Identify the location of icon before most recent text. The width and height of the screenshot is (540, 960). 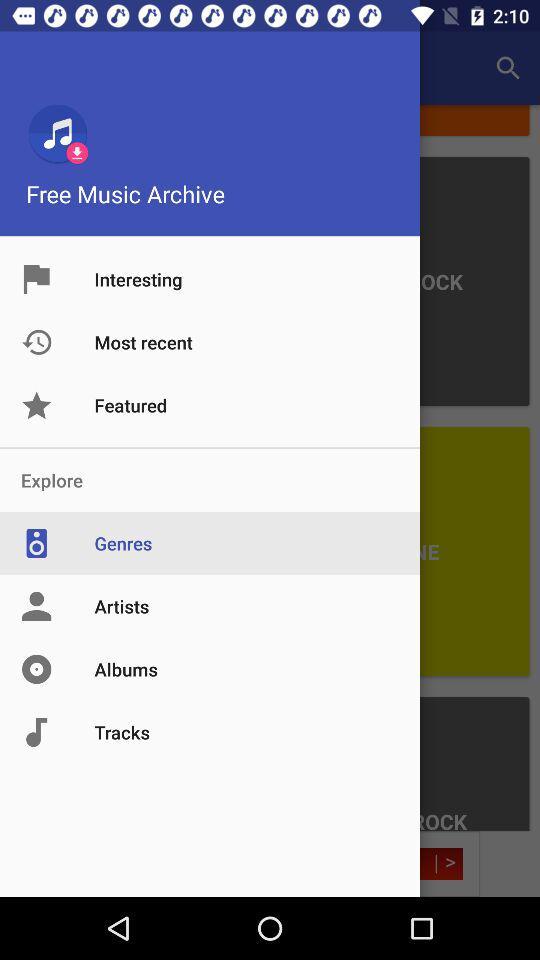
(57, 342).